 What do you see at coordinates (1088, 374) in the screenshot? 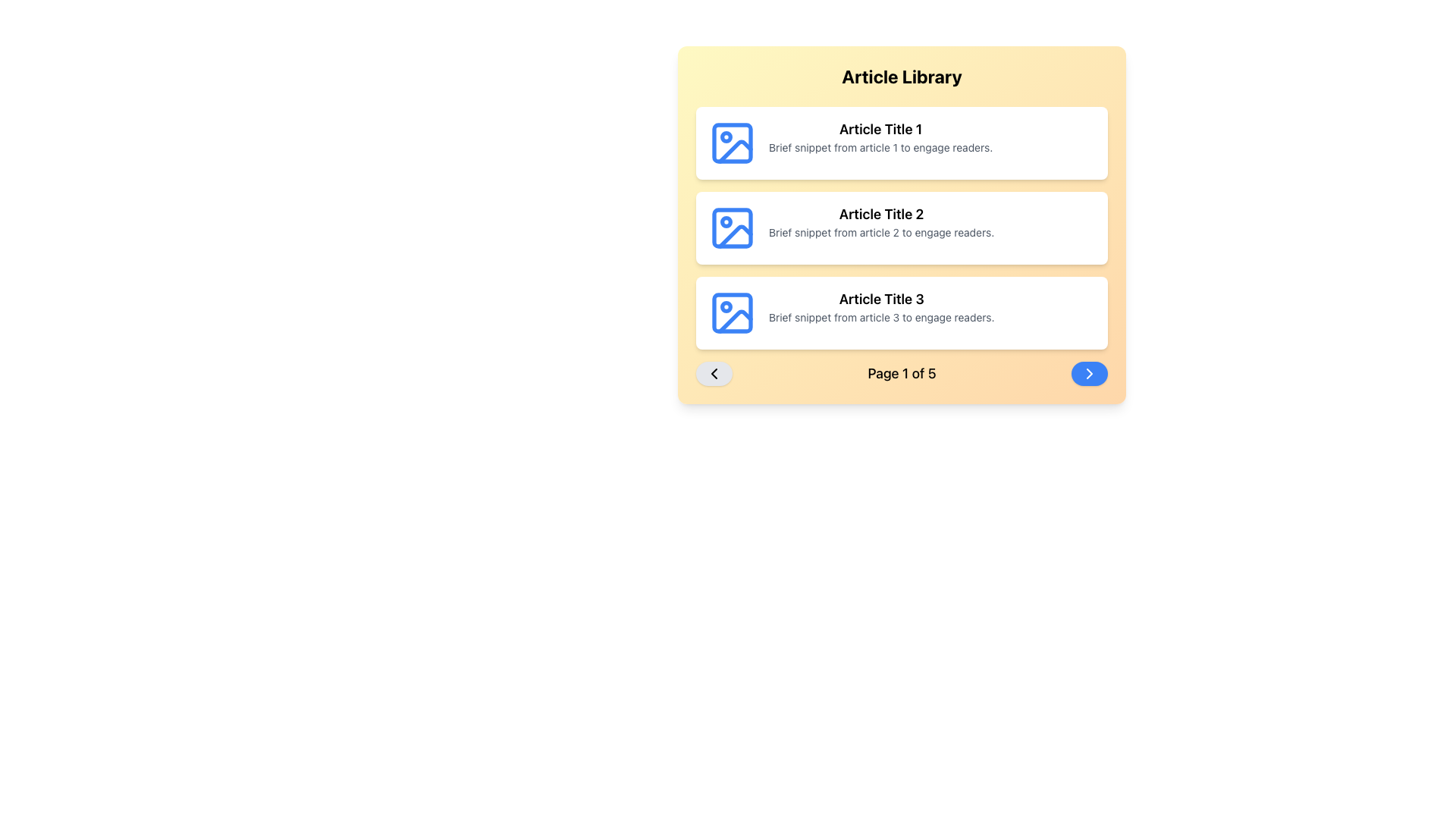
I see `the right-facing arrow icon within the circular blue button at the bottom-right corner of the 'Article Library' panel` at bounding box center [1088, 374].